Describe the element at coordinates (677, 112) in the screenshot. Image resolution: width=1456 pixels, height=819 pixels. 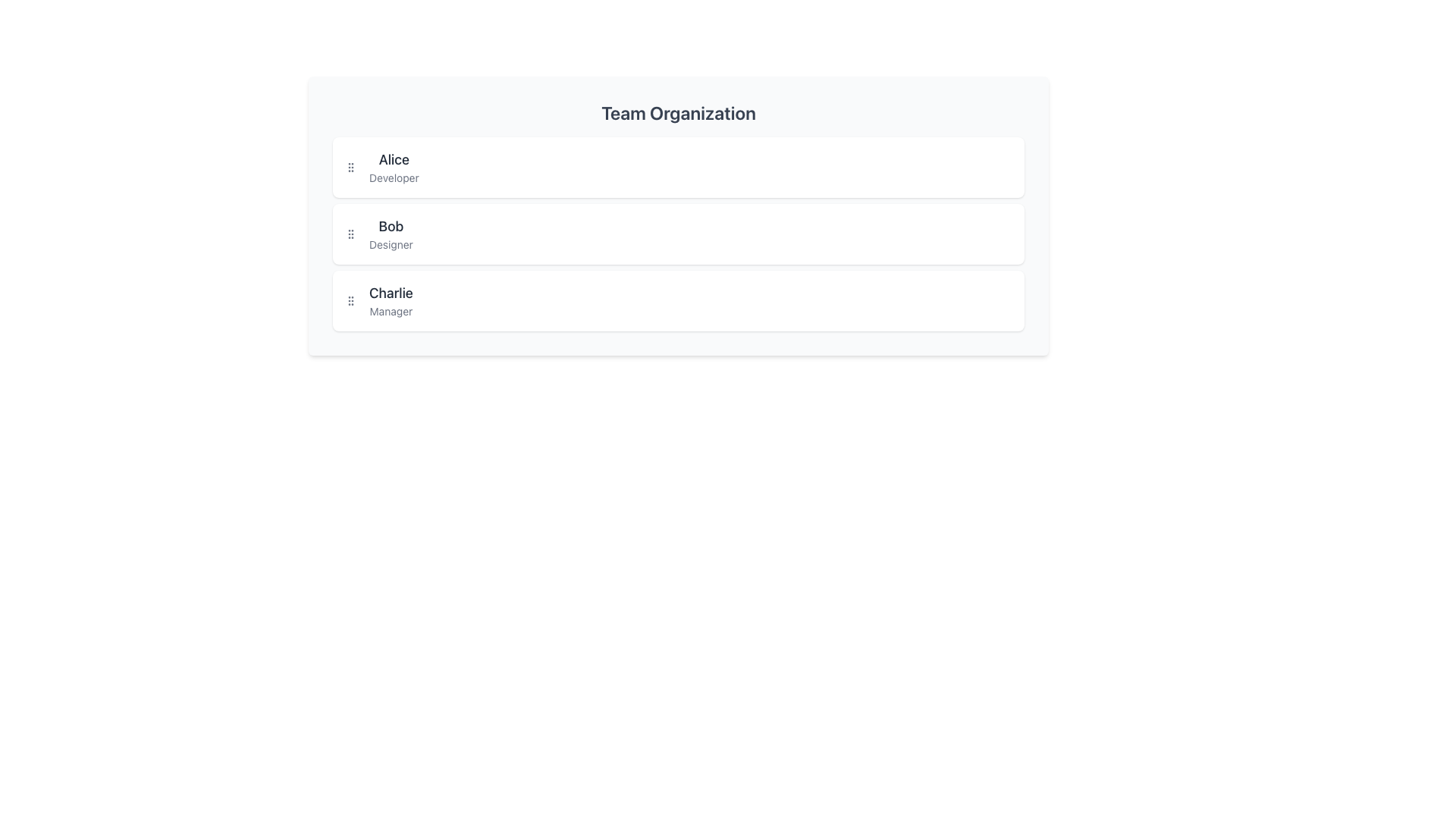
I see `the heading element that serves as the title for the section above the list of team members` at that location.